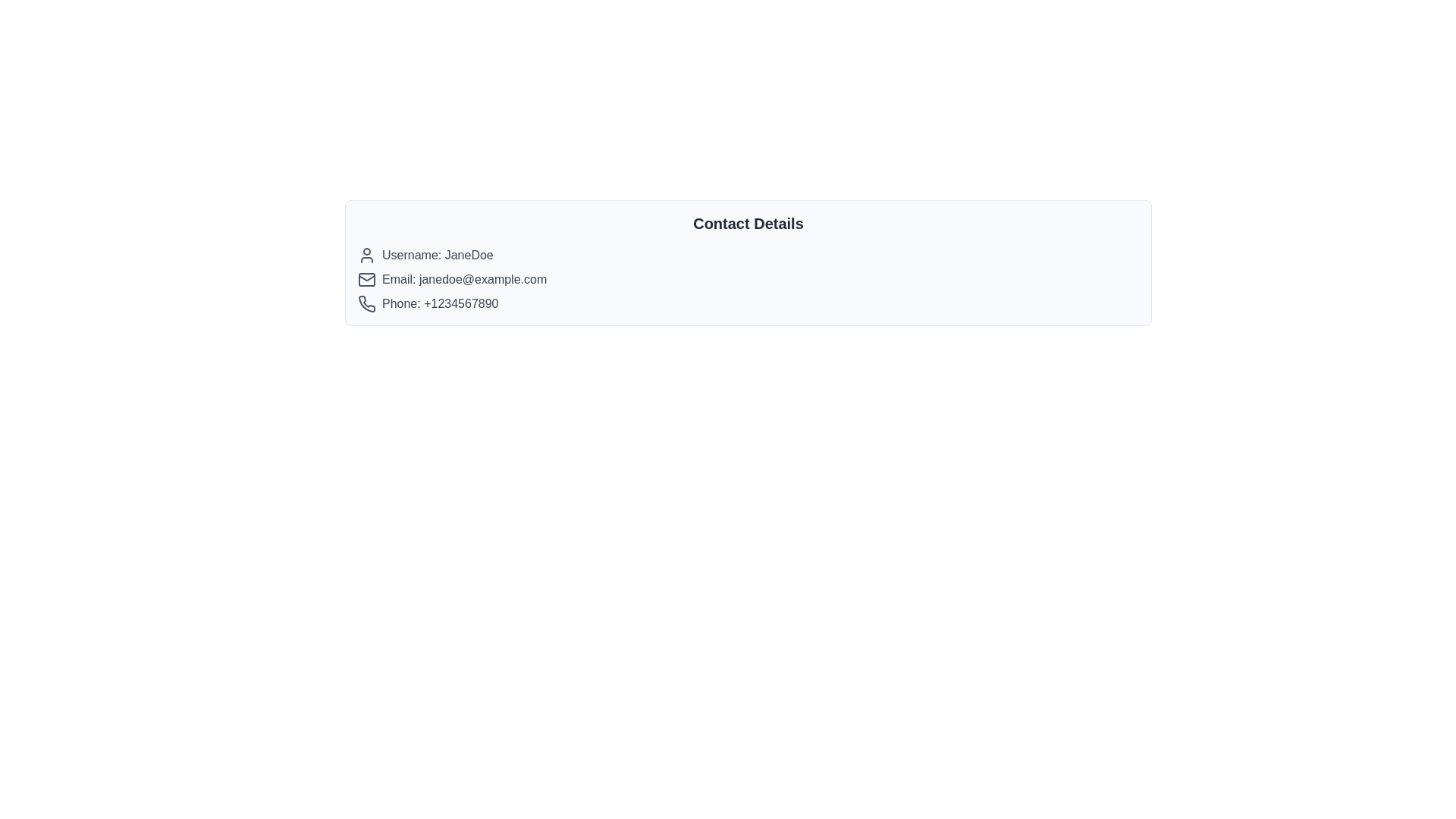 The image size is (1456, 819). Describe the element at coordinates (367, 254) in the screenshot. I see `the user silhouette SVG icon, which is styled in muted gray and is positioned to the left of the text 'Username: JaneDoe'` at that location.